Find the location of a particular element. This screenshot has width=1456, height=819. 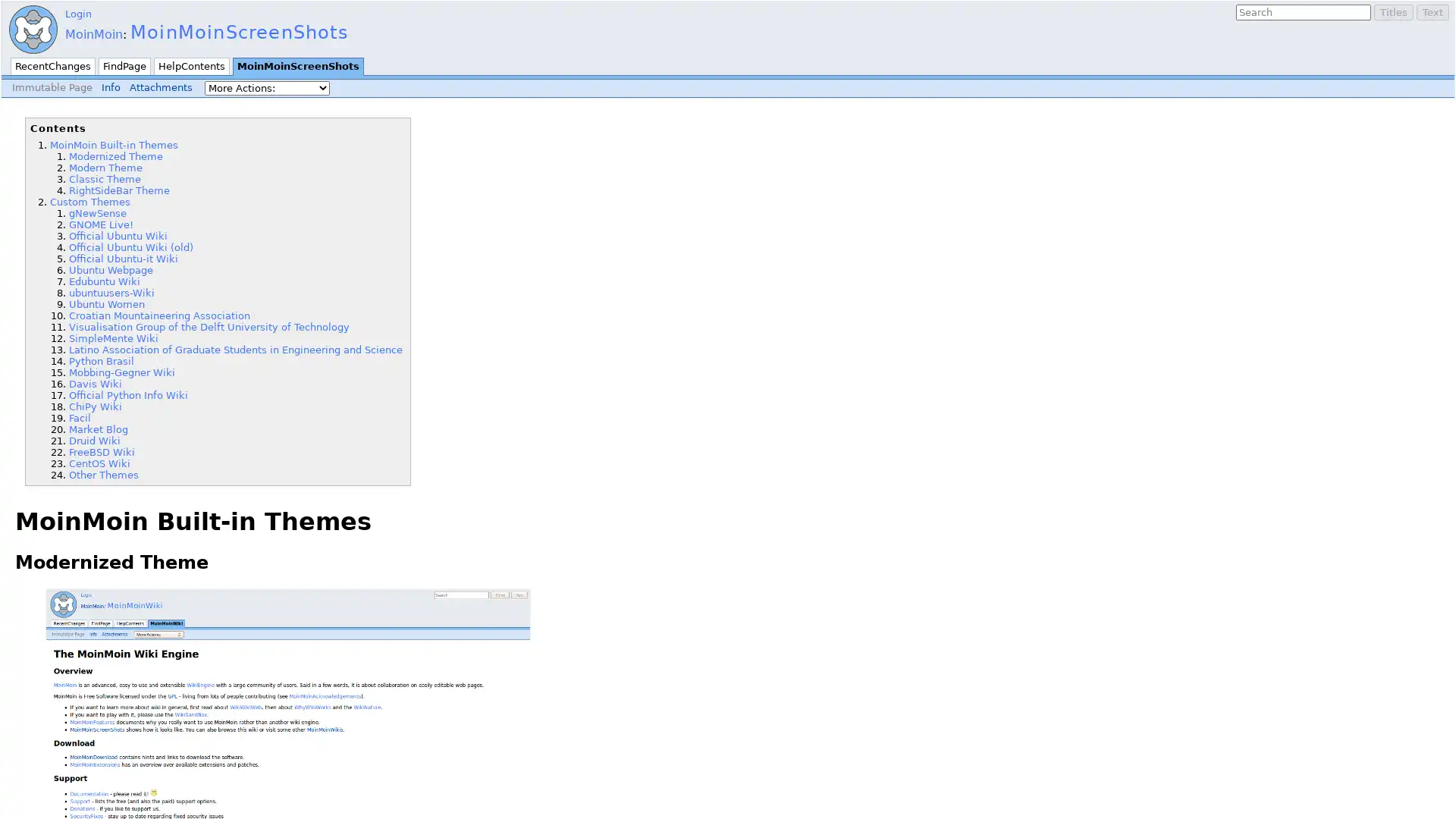

Text is located at coordinates (1432, 12).